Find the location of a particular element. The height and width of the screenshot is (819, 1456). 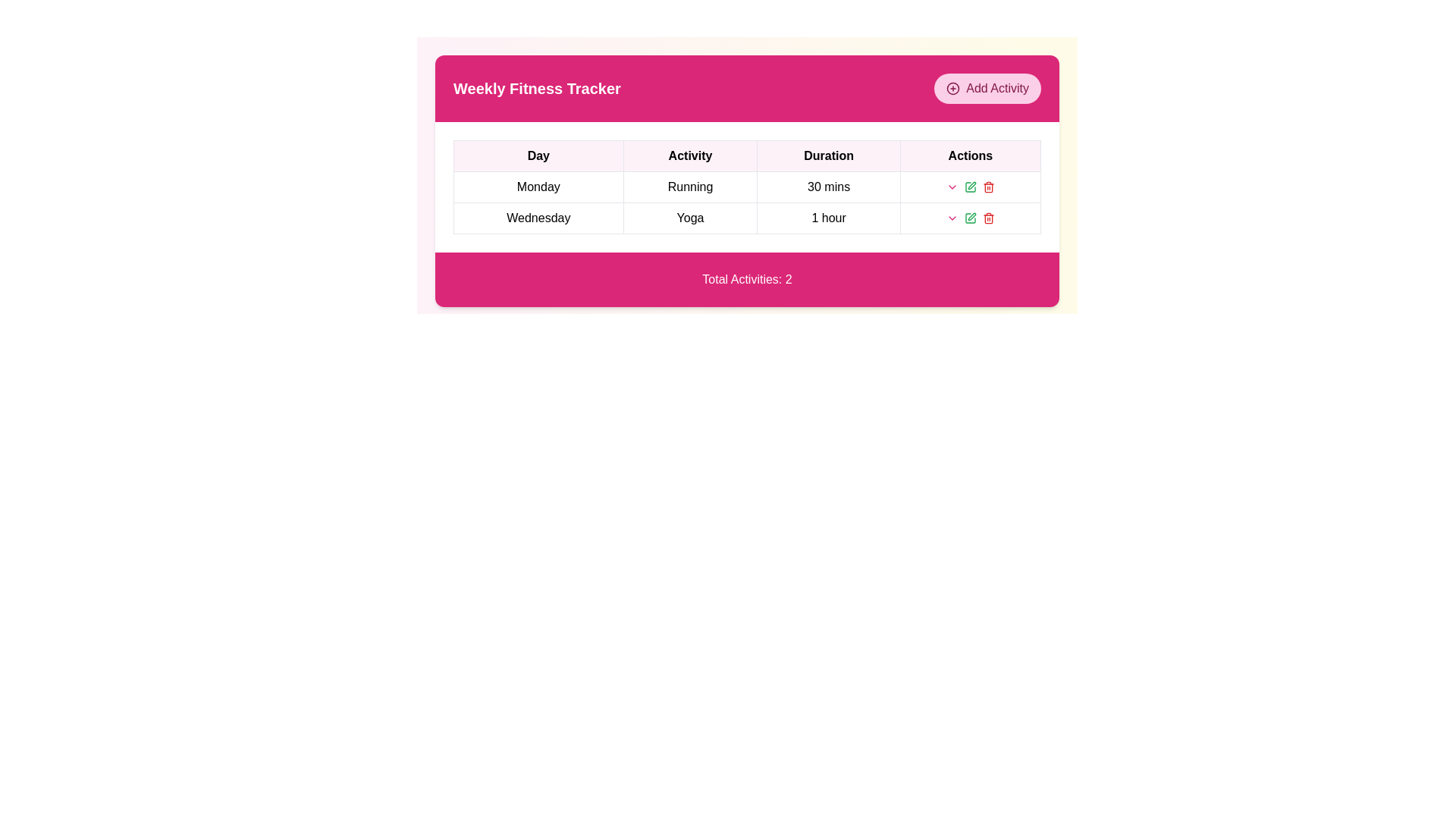

the action control icons for the 'Wednesday Yoga' activity, located in the 'Actions' column of the second row of the table, to trigger visual effects is located at coordinates (969, 218).